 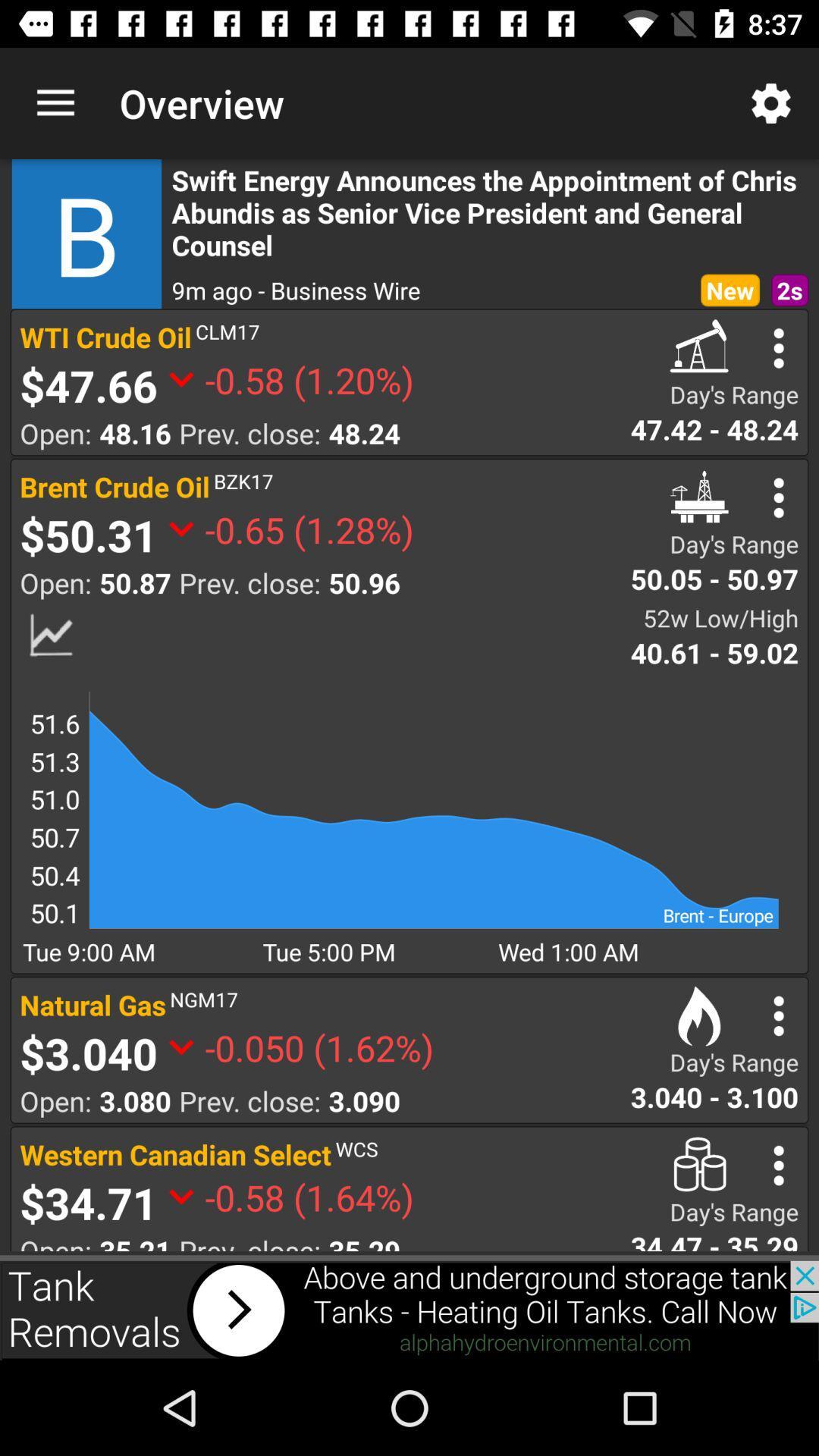 I want to click on advertisement banner, so click(x=409, y=1310).